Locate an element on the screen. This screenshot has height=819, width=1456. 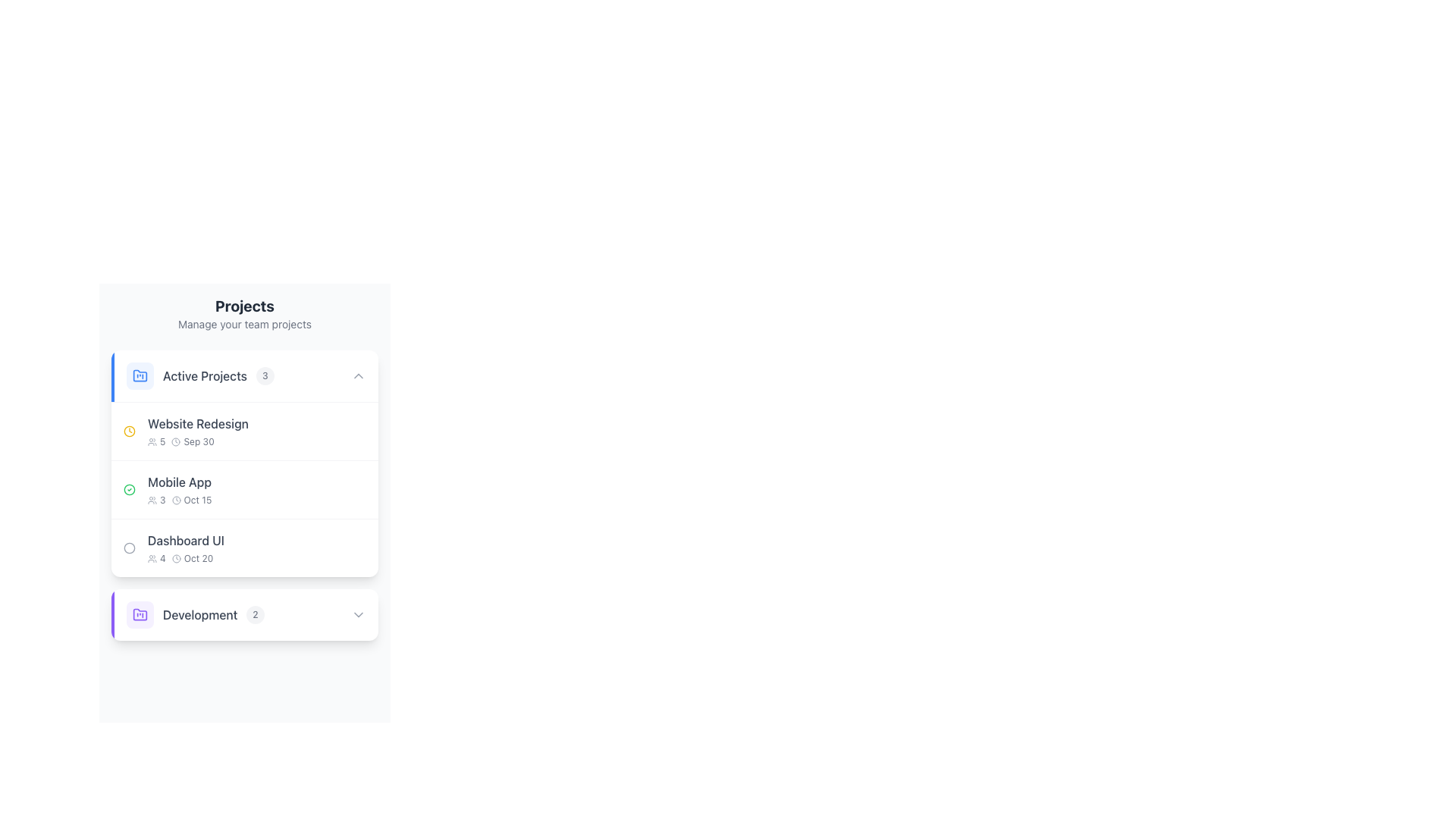
the text label displaying 'Manage your team projects' which is located directly beneath the 'Projects' title is located at coordinates (244, 324).